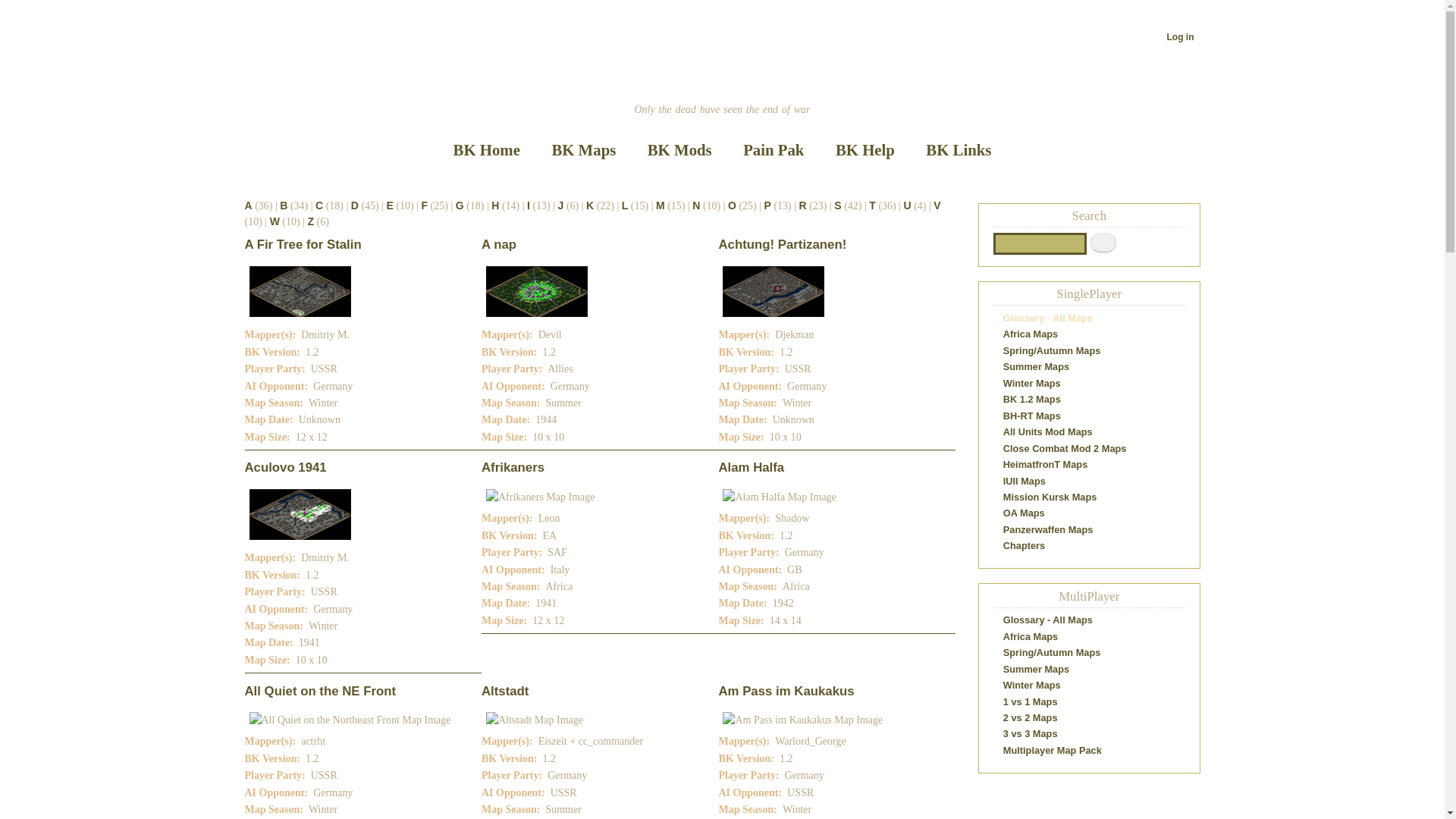 This screenshot has width=1456, height=819. I want to click on 'N', so click(695, 205).